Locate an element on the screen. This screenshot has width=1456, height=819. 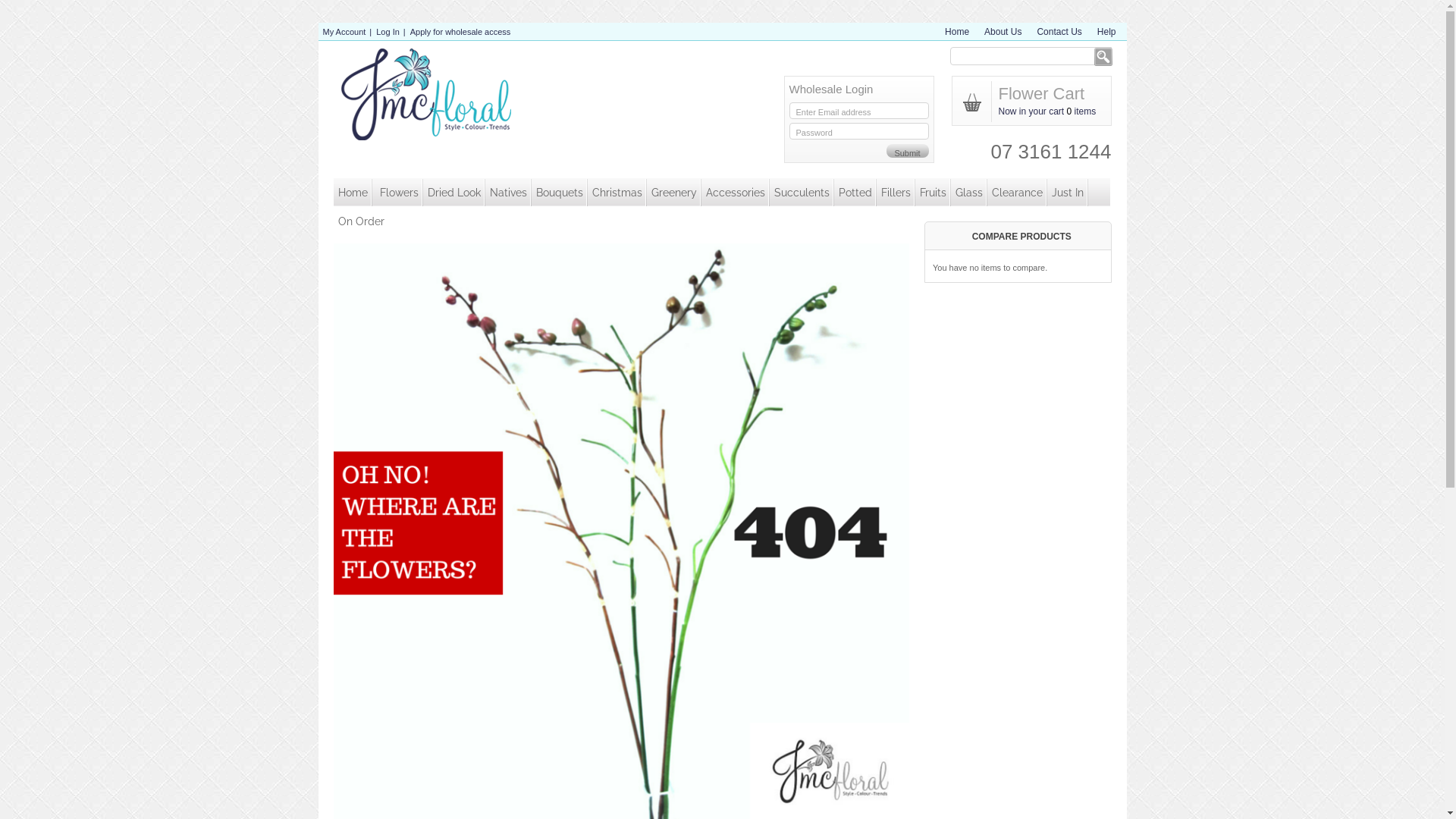
'Succulents' is located at coordinates (768, 192).